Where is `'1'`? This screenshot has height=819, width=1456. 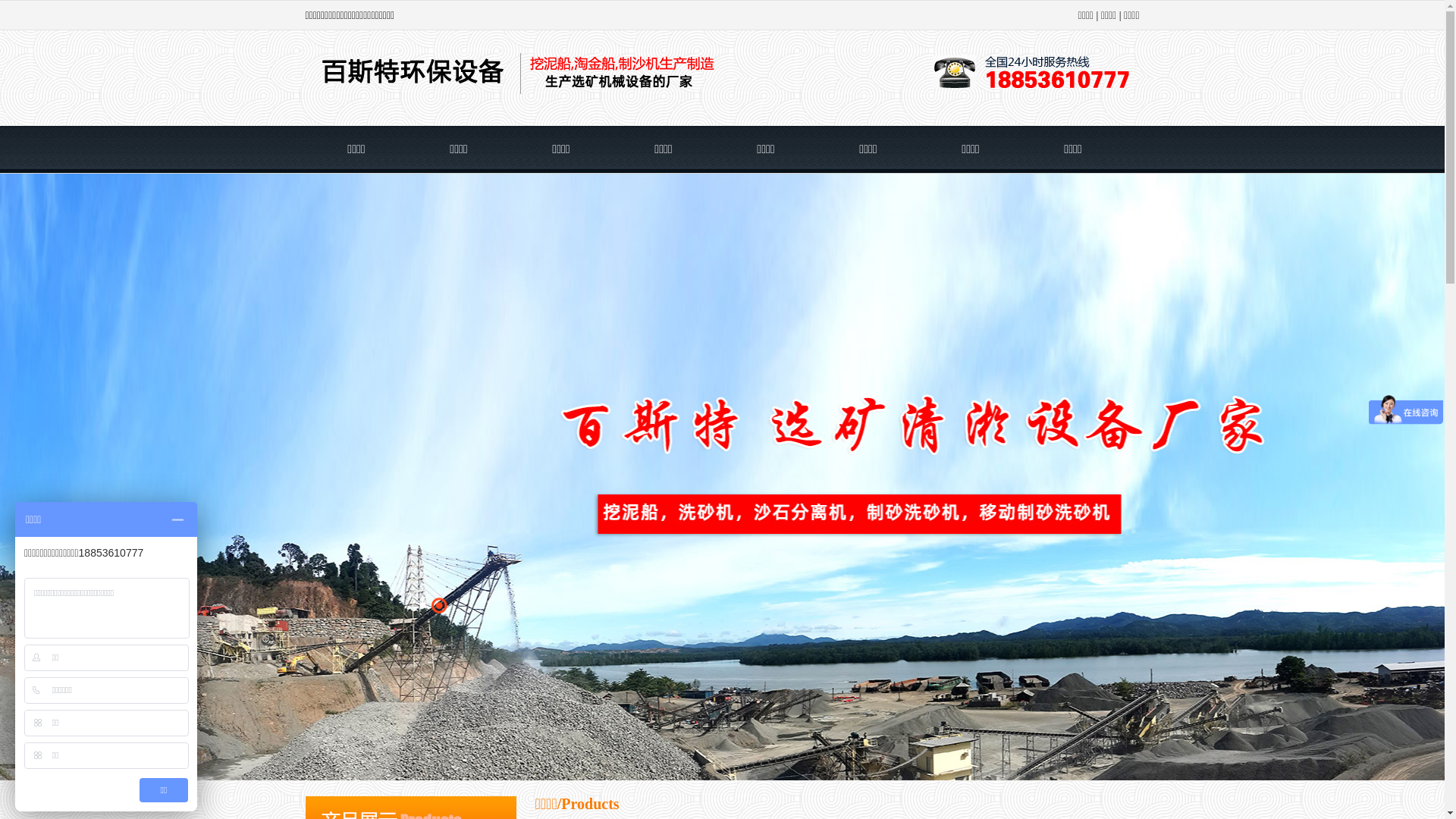 '1' is located at coordinates (423, 604).